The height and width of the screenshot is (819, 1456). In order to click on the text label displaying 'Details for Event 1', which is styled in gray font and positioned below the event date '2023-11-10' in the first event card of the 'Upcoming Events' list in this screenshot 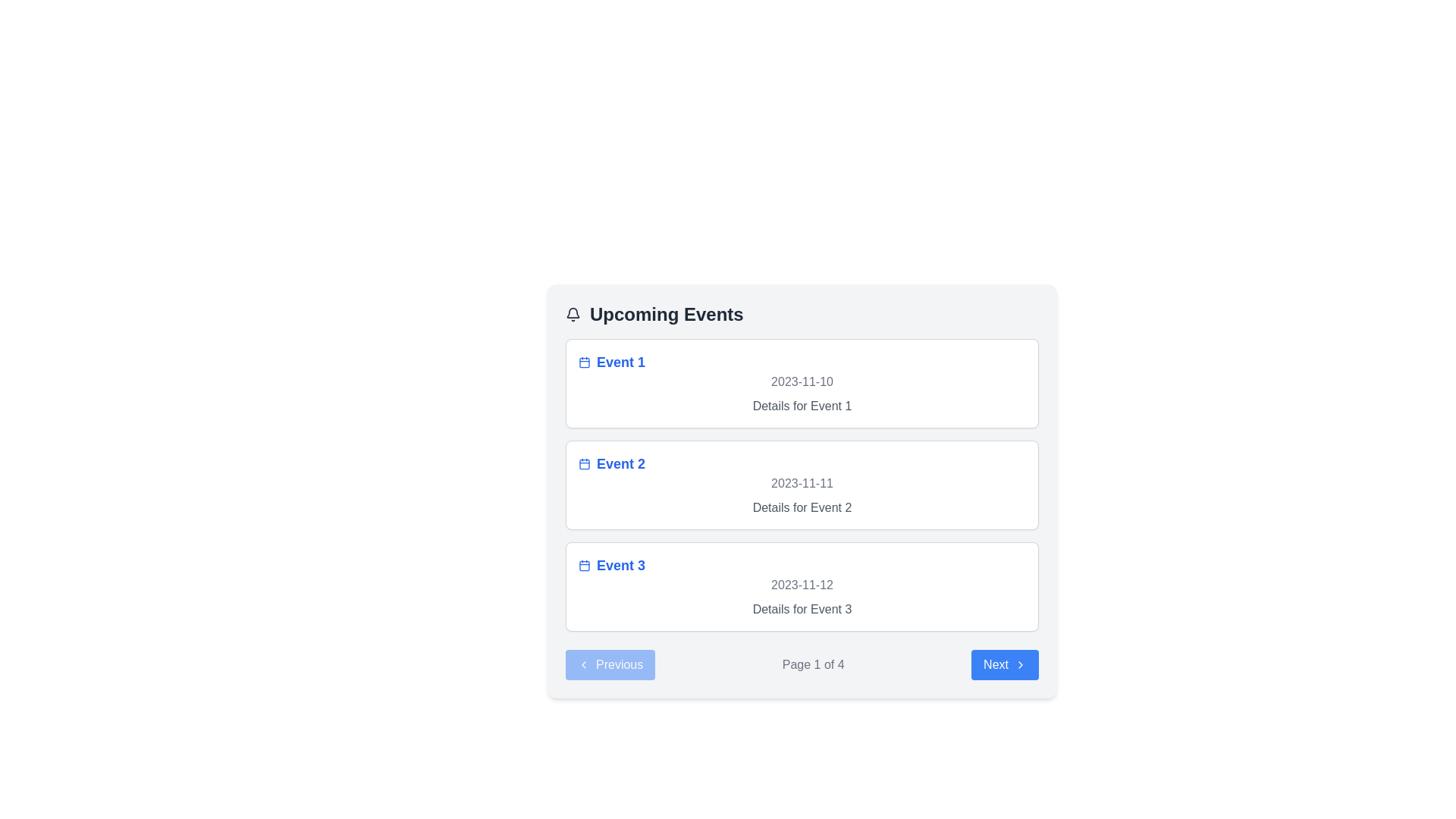, I will do `click(801, 406)`.